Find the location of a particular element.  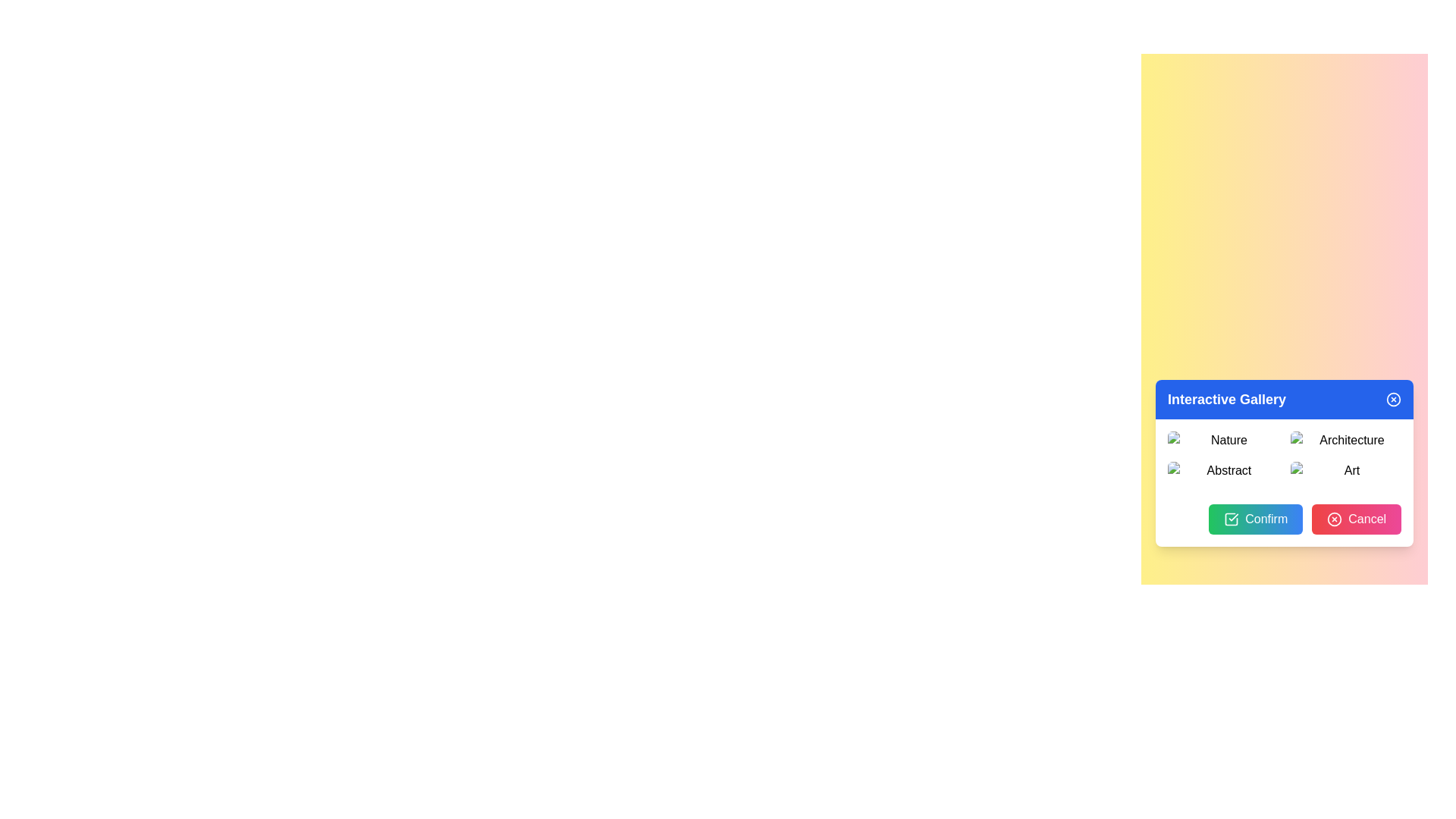

the Gallery tile labeled 'Art' is located at coordinates (1346, 470).